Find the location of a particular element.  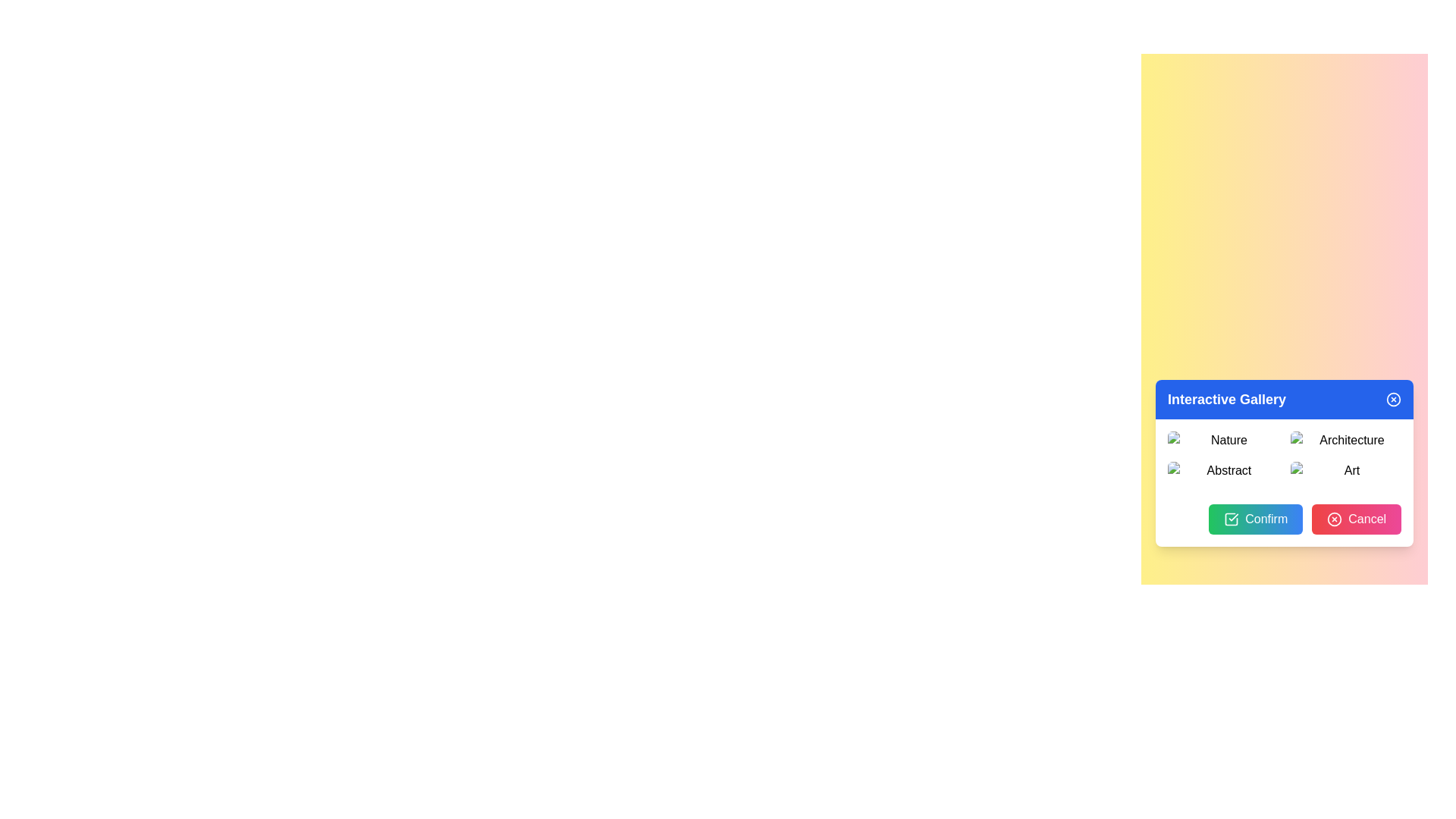

the Gallery tile labeled 'Art' is located at coordinates (1346, 470).